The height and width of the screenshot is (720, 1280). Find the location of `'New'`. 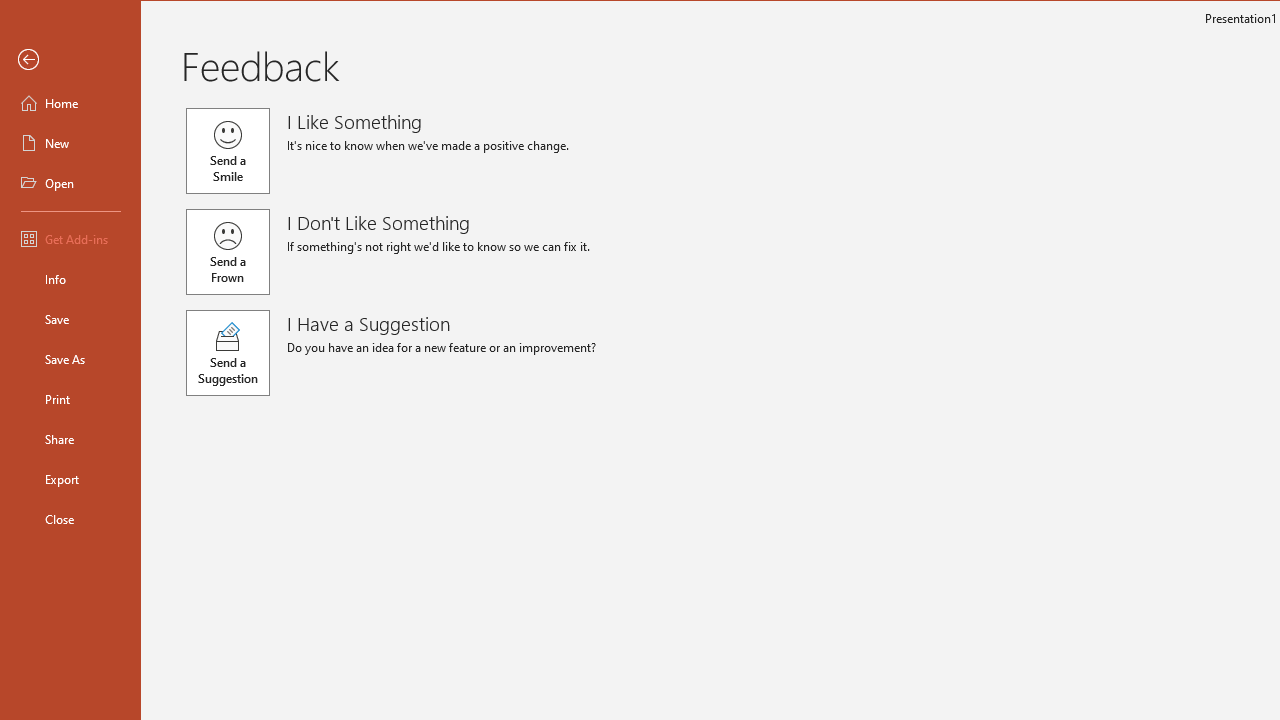

'New' is located at coordinates (71, 141).